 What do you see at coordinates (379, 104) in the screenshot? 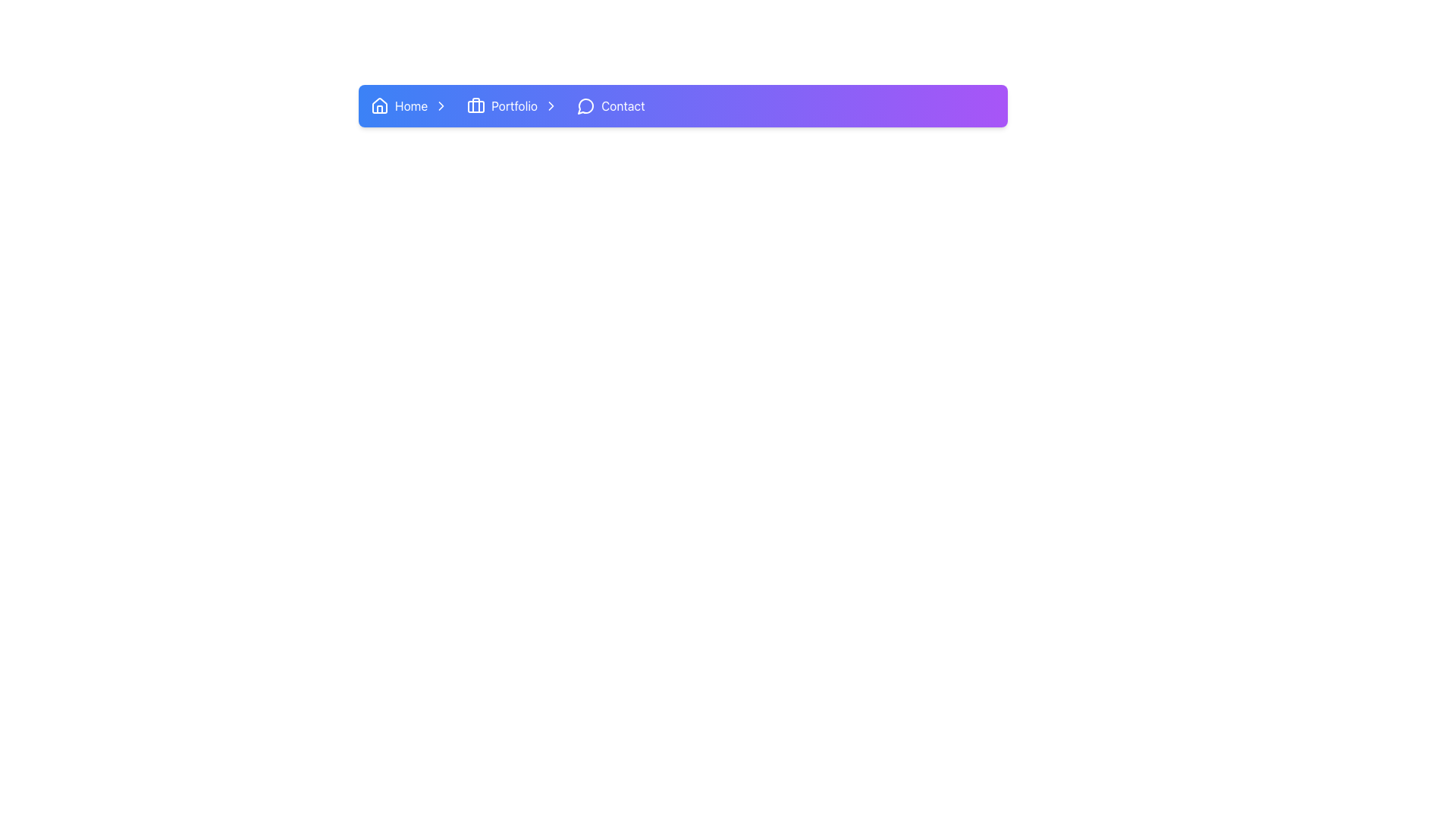
I see `the 'Home' icon located at the leftmost side of the navigation bar, which visually represents the roof structure of a house and precedes the textual label 'Home'` at bounding box center [379, 104].